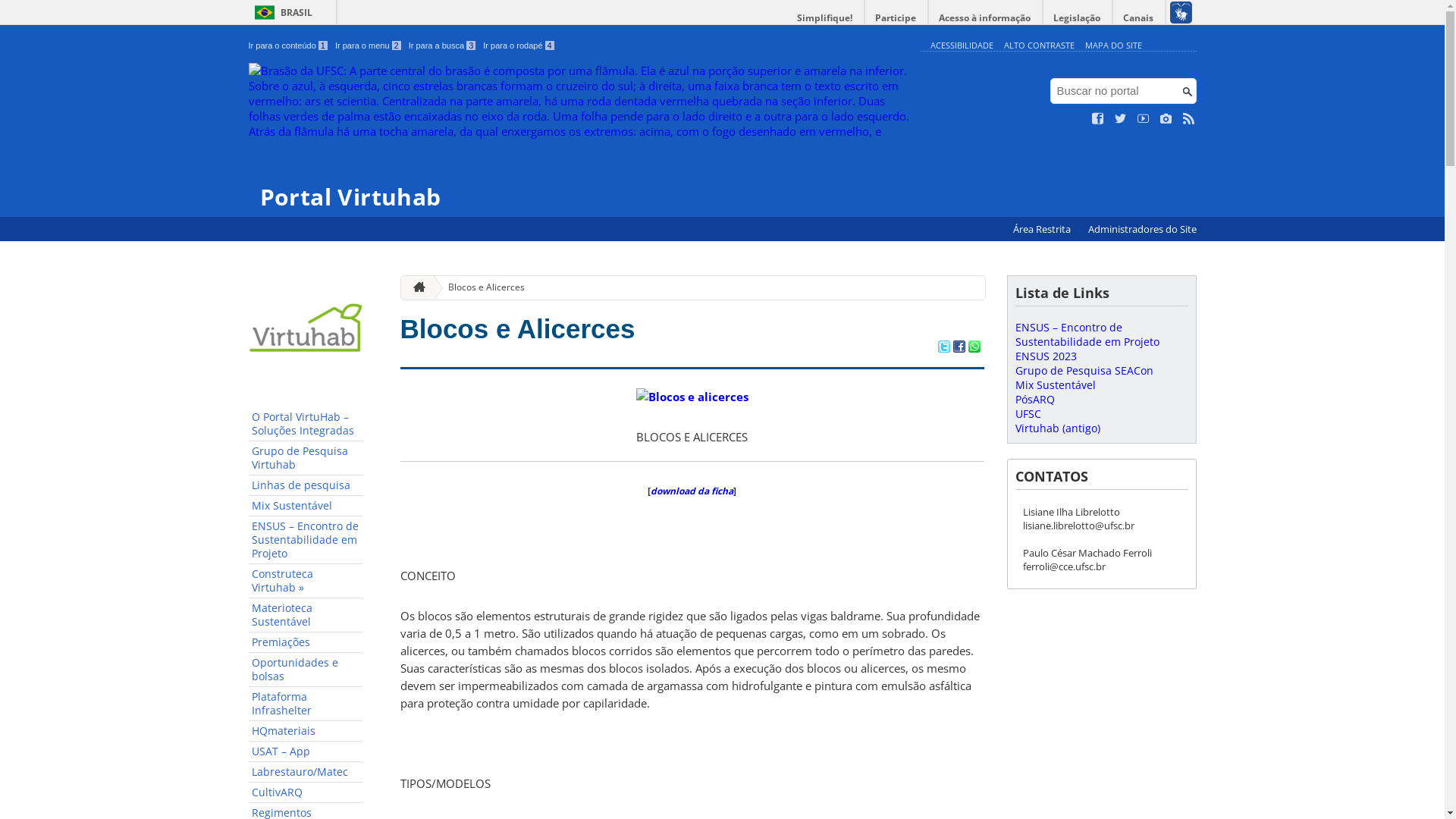 This screenshot has height=819, width=1456. I want to click on 'Simplifique!', so click(824, 17).